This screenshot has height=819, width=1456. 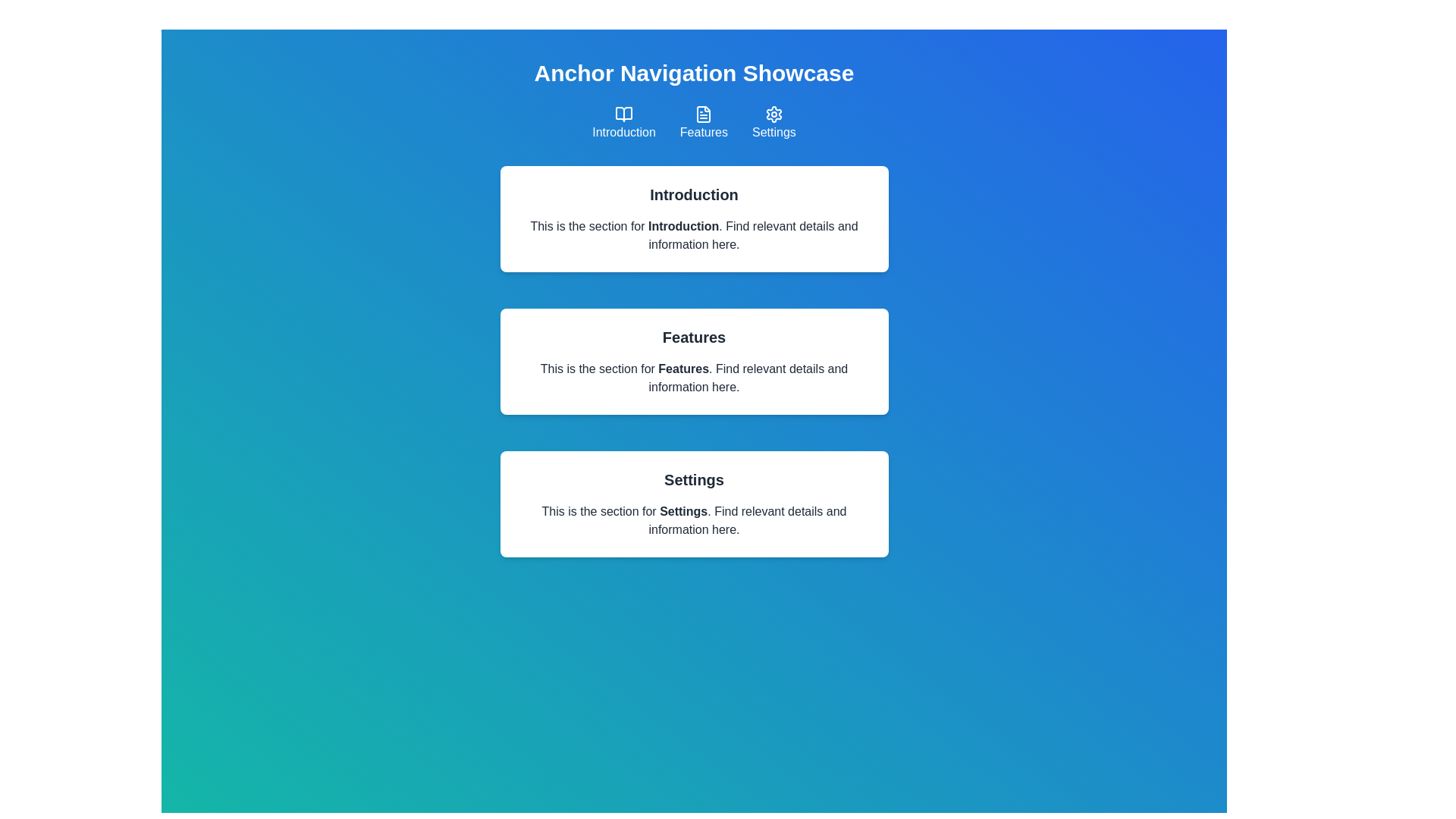 What do you see at coordinates (703, 113) in the screenshot?
I see `document icon vector graphic element located under the 'Features' label in the navigation bar by using the developer tools` at bounding box center [703, 113].